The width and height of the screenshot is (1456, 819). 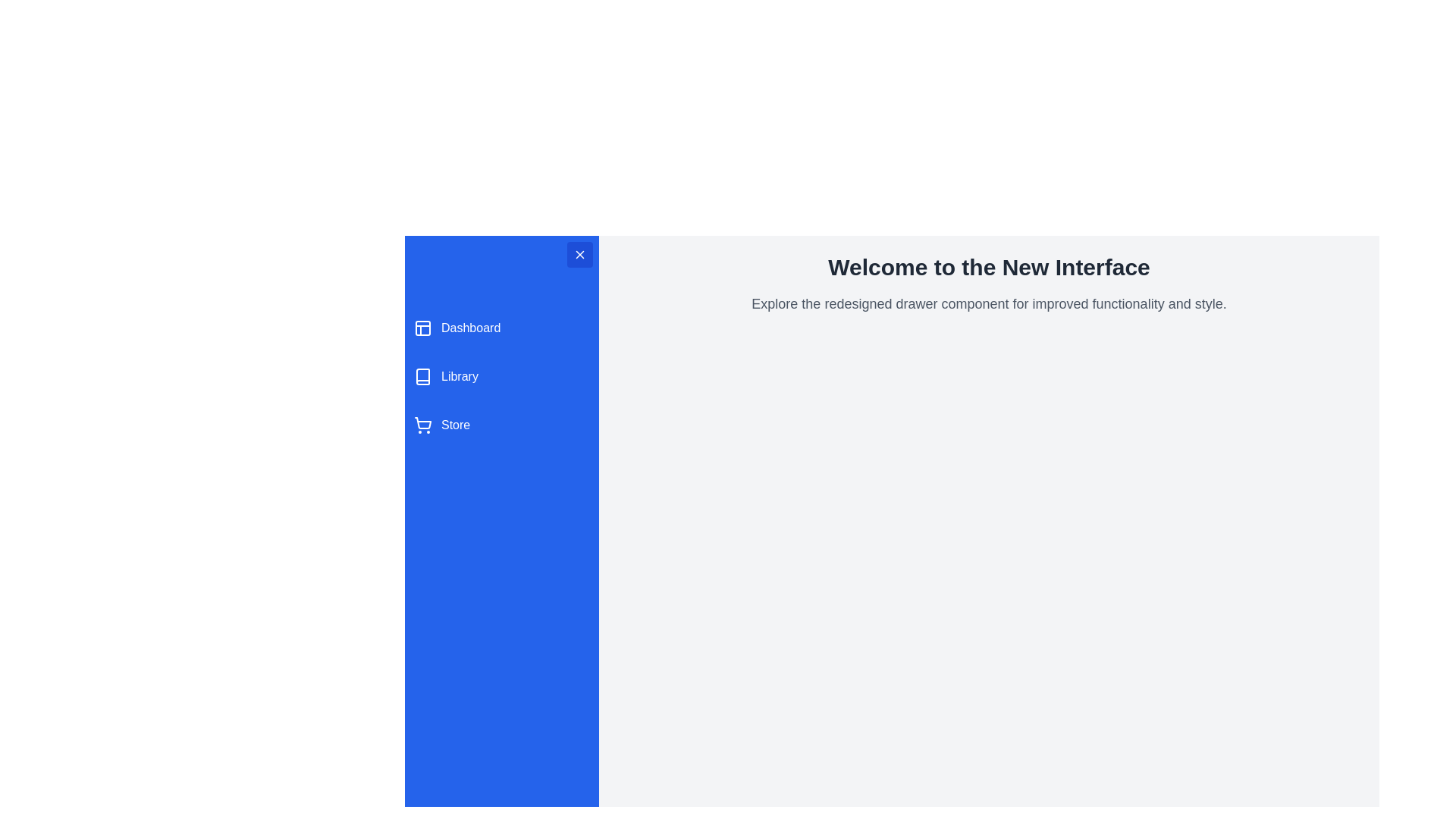 What do you see at coordinates (989, 267) in the screenshot?
I see `the Text Label that serves as a heading or title, located at the top right of the main content area` at bounding box center [989, 267].